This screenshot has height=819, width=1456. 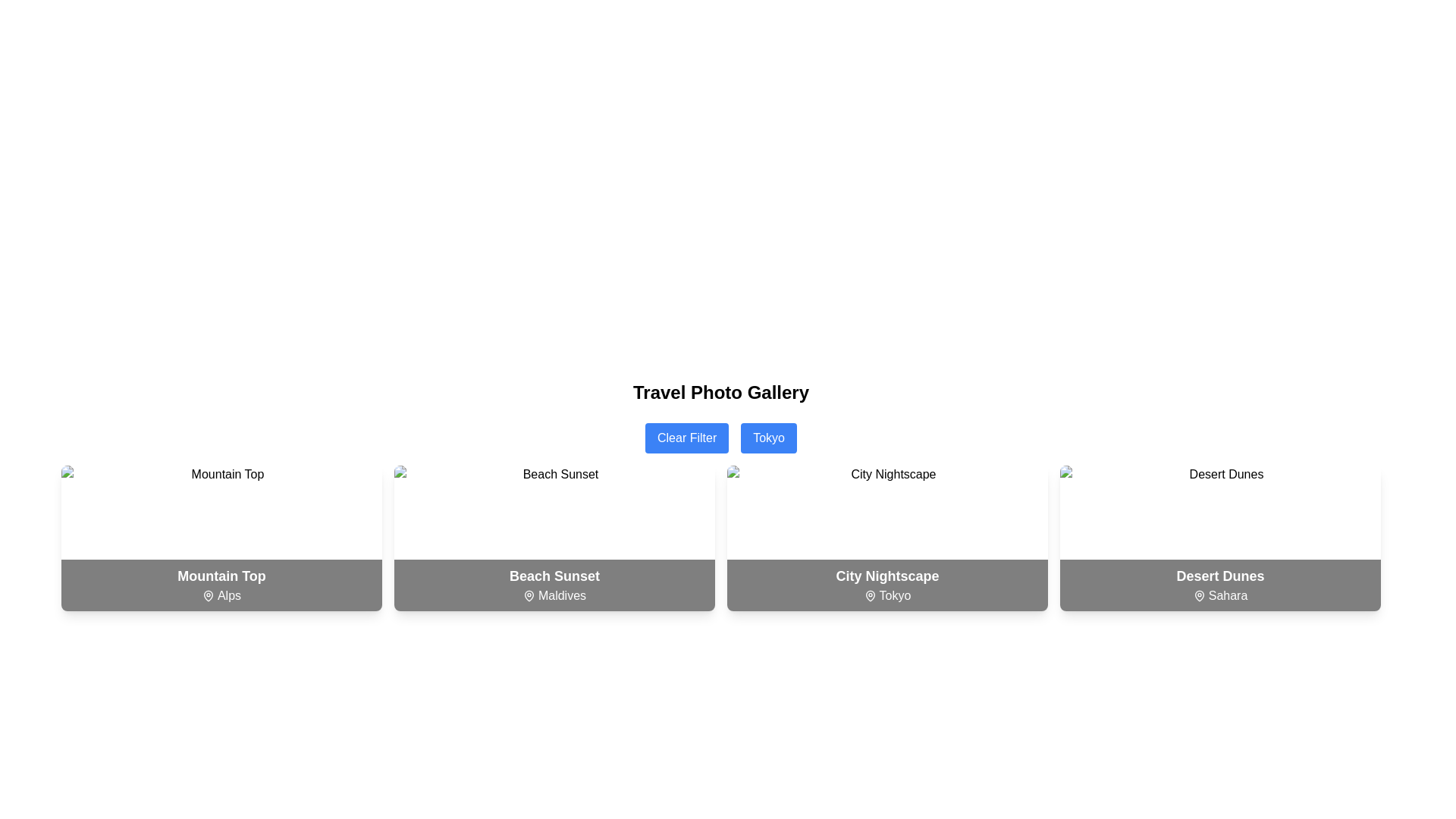 What do you see at coordinates (1220, 595) in the screenshot?
I see `the label indicating 'Sahara' located at the bottom-center of the 'Desert Dunes' card's footer section` at bounding box center [1220, 595].